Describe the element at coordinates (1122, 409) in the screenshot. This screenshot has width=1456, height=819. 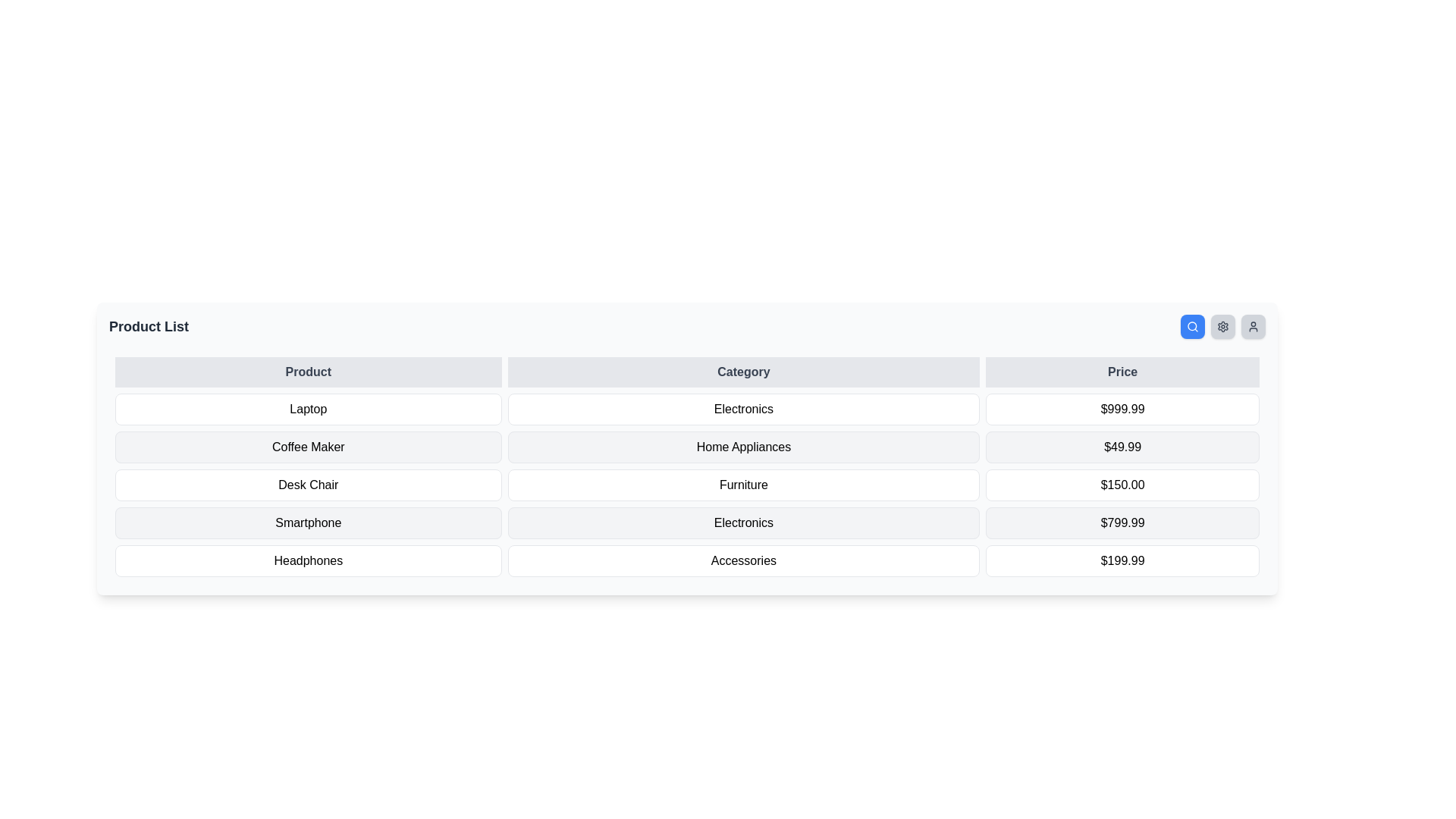
I see `the table cell displaying the price value ($999.99) for the Laptop product by moving the cursor to its center point` at that location.